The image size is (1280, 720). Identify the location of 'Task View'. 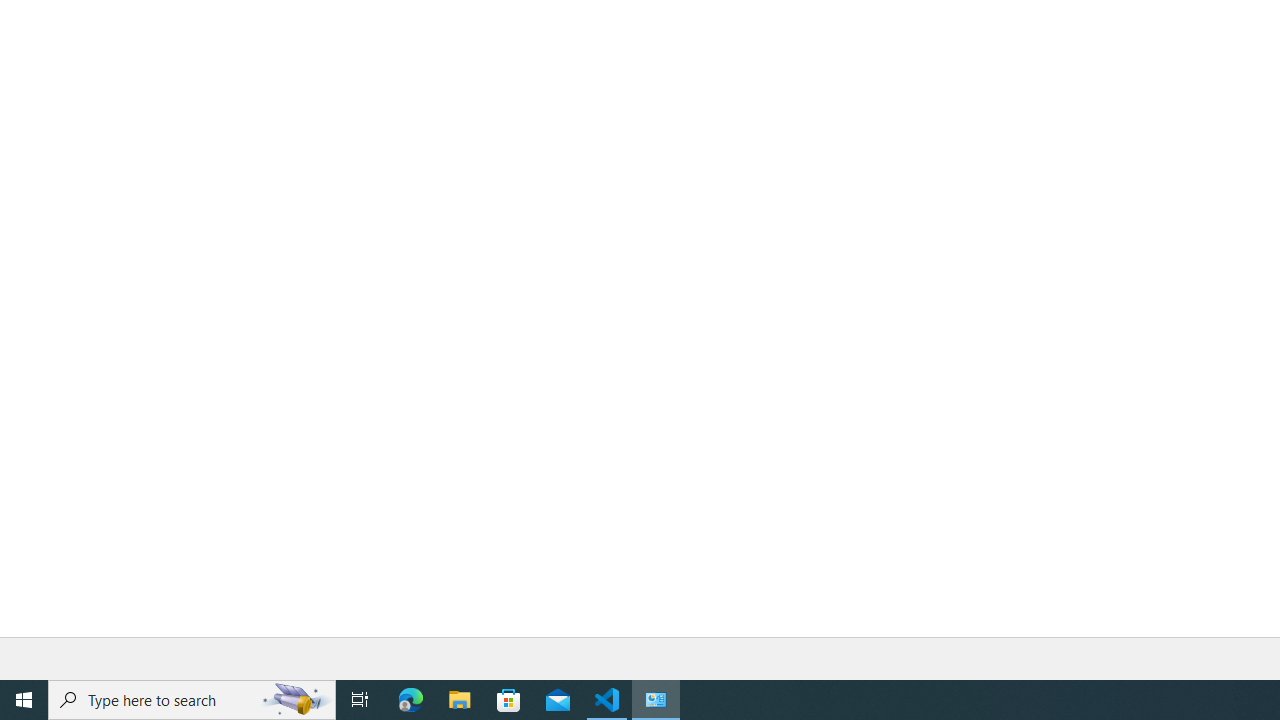
(359, 698).